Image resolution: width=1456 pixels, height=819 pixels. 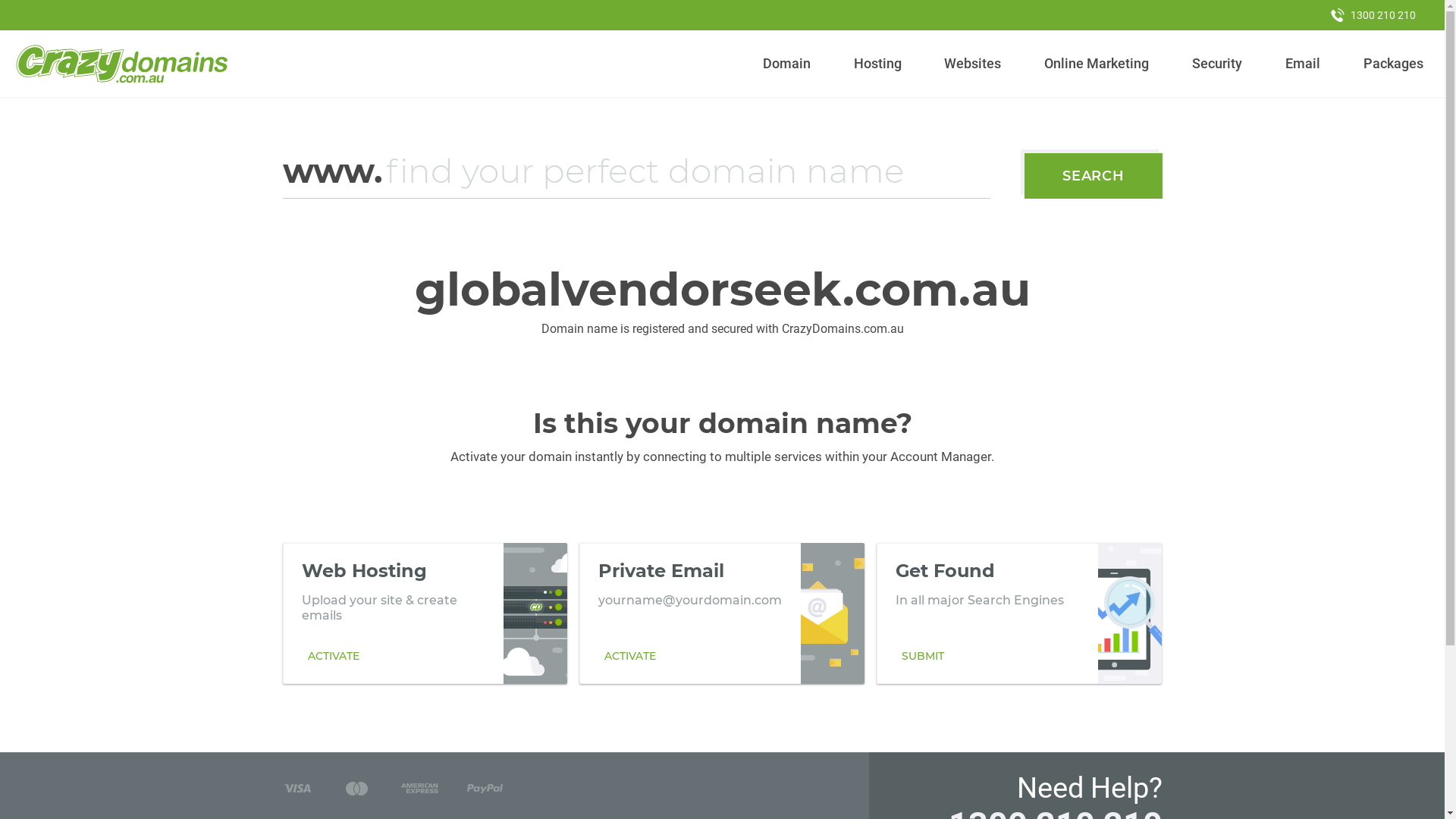 I want to click on 'Websites', so click(x=972, y=63).